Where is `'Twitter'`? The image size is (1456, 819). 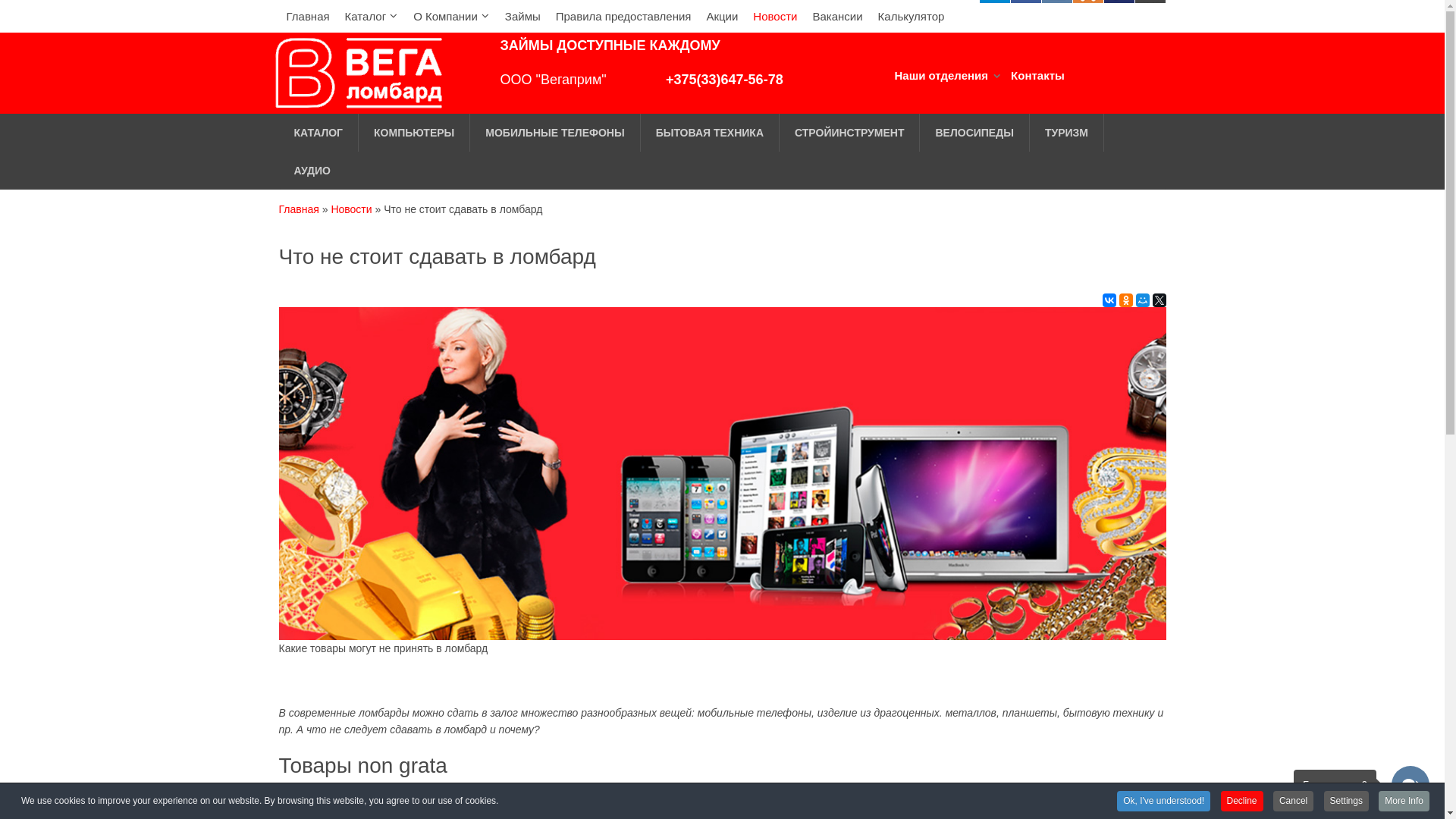 'Twitter' is located at coordinates (1159, 300).